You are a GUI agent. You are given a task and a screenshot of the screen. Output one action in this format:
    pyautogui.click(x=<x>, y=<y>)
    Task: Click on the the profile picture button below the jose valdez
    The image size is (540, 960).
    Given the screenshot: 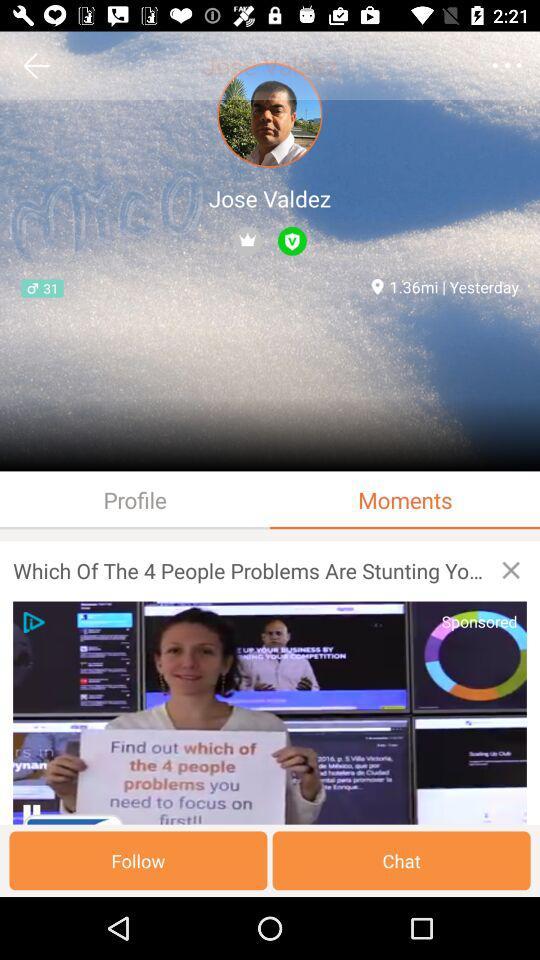 What is the action you would take?
    pyautogui.click(x=270, y=115)
    